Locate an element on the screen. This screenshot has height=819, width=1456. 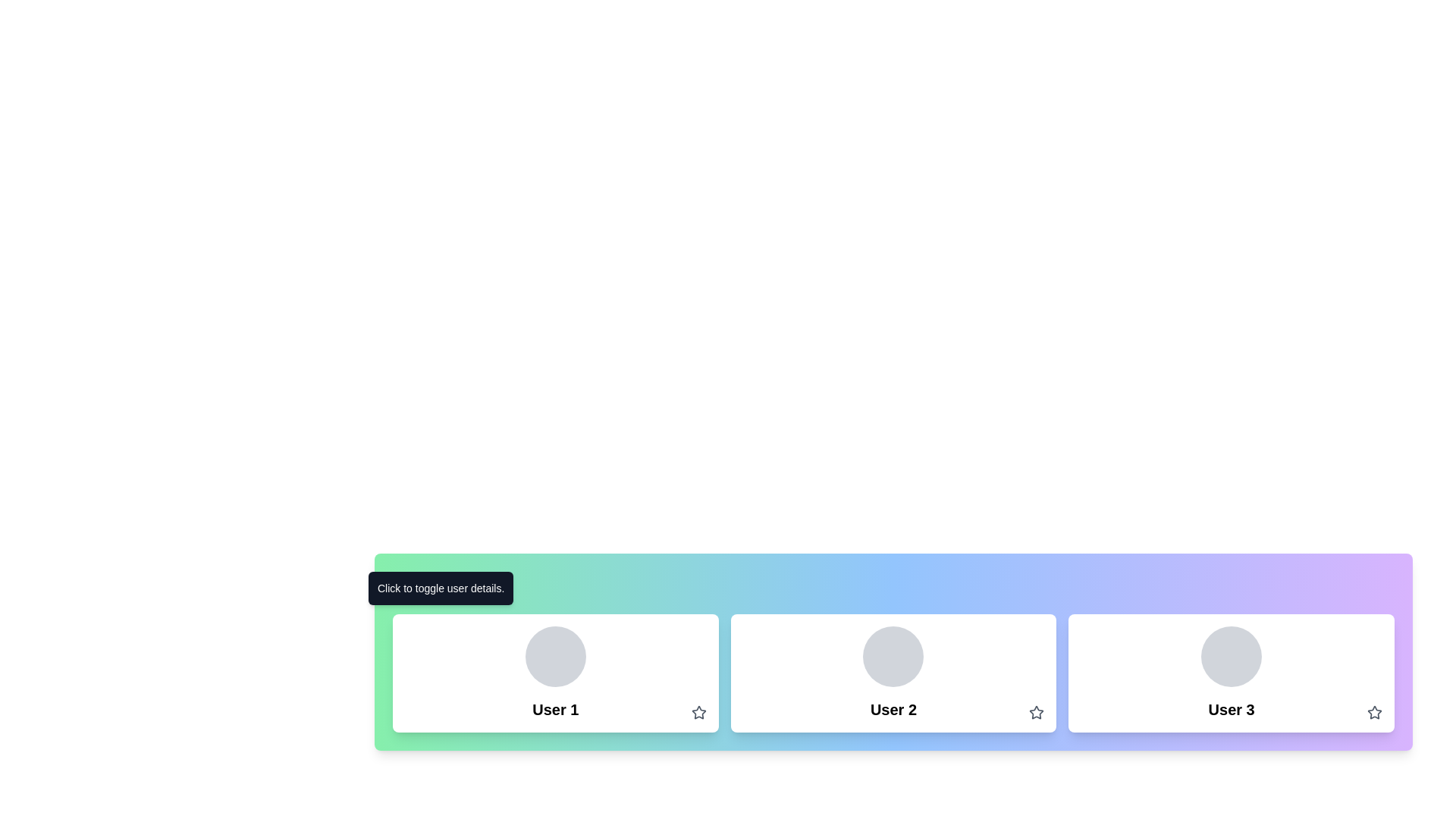
text label displaying 'User 2' located in the middle slot of the card beneath the circular avatar is located at coordinates (893, 710).